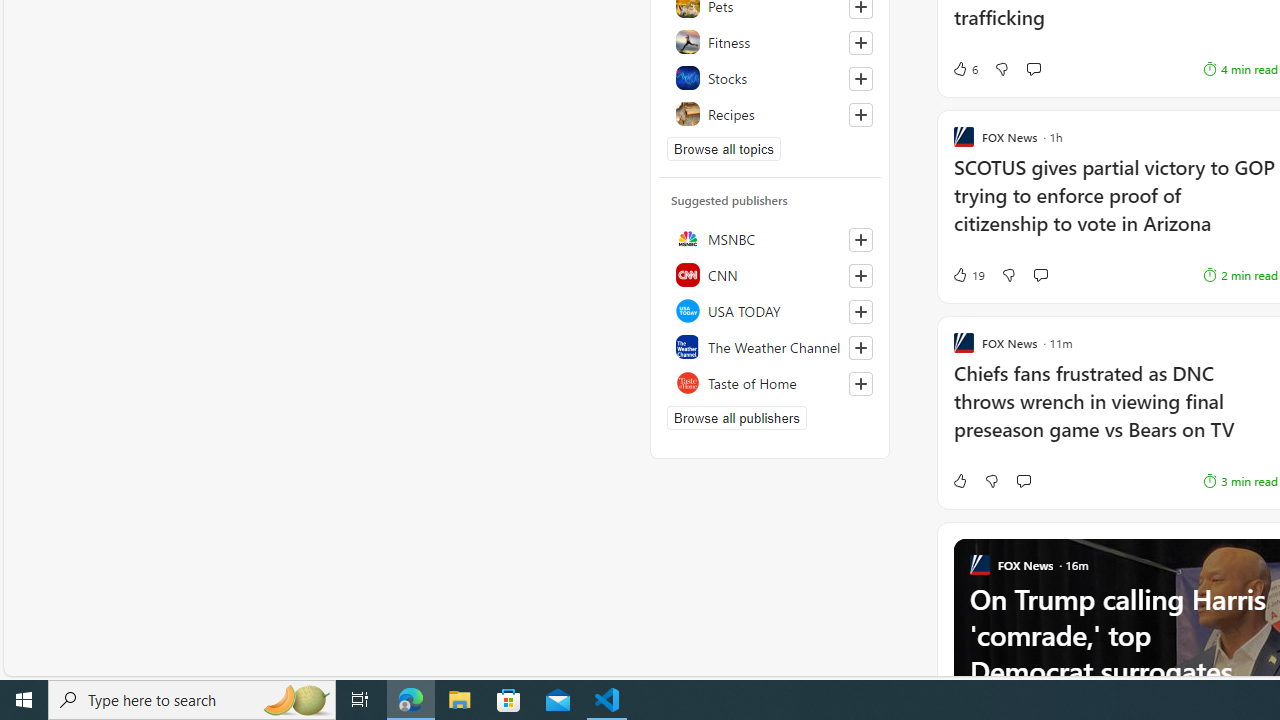 The image size is (1280, 720). What do you see at coordinates (769, 114) in the screenshot?
I see `'Recipes'` at bounding box center [769, 114].